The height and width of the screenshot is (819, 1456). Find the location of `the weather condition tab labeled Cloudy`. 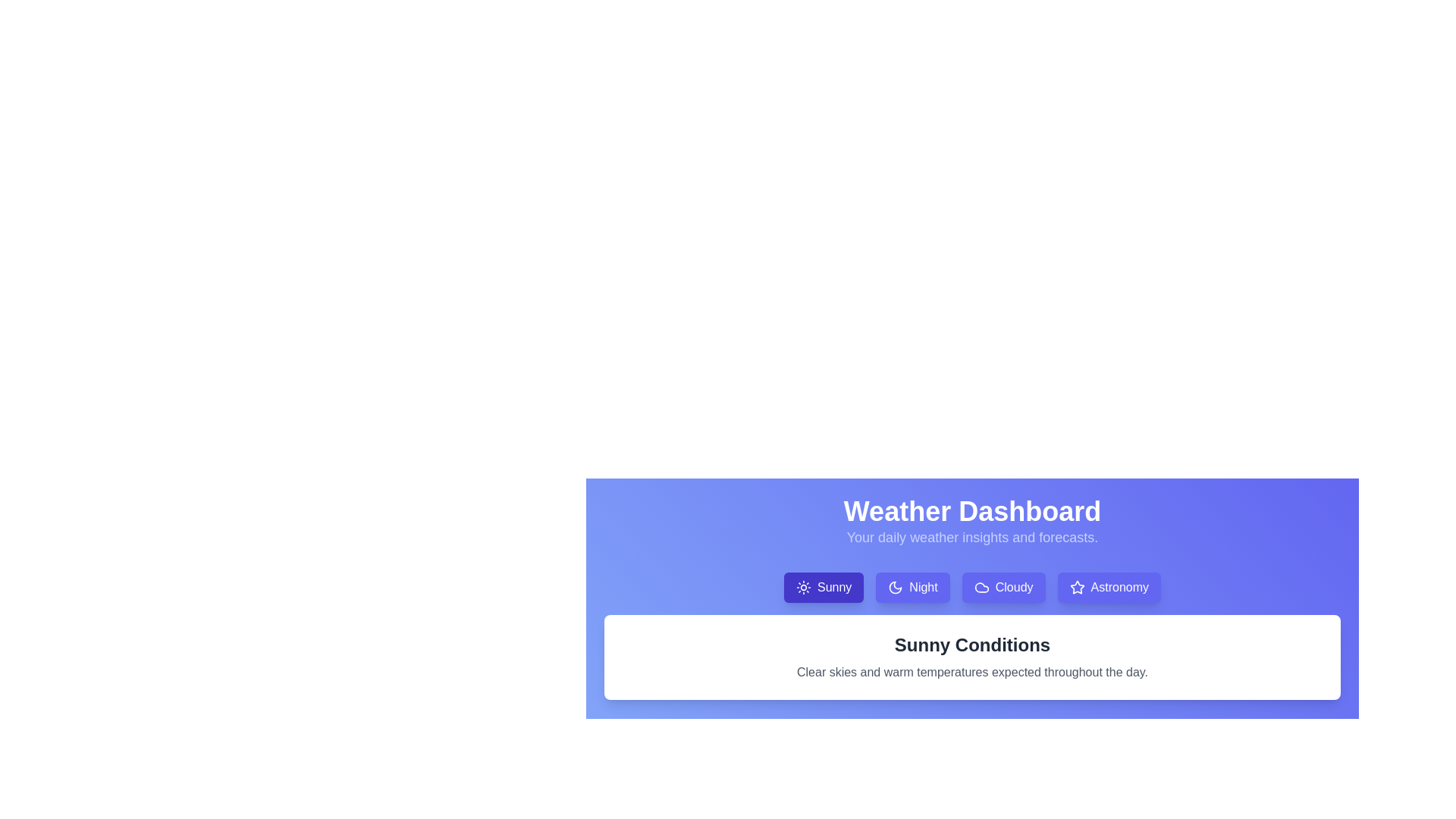

the weather condition tab labeled Cloudy is located at coordinates (1003, 587).